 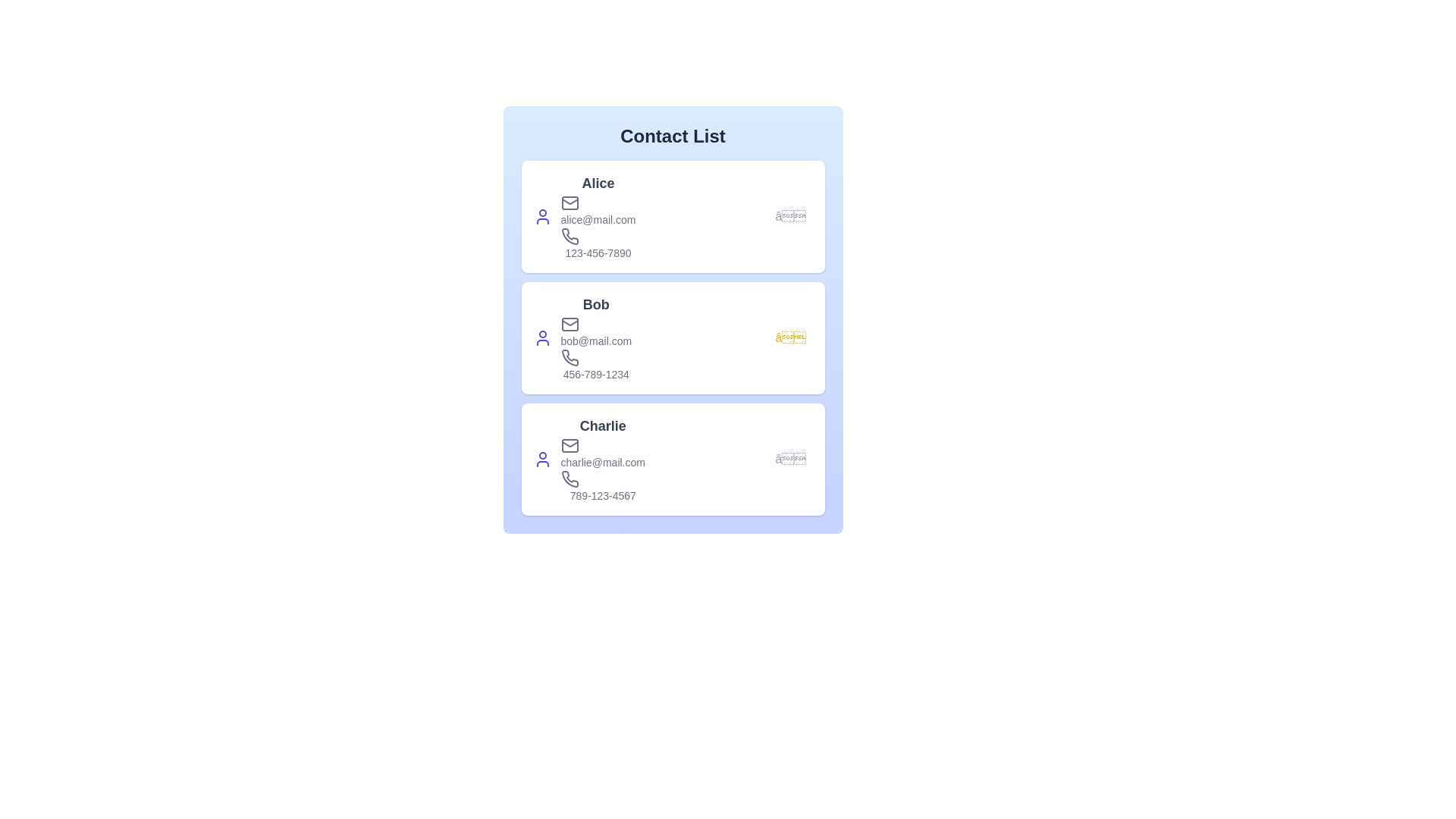 I want to click on the phone icon for the contact Alice, so click(x=569, y=237).